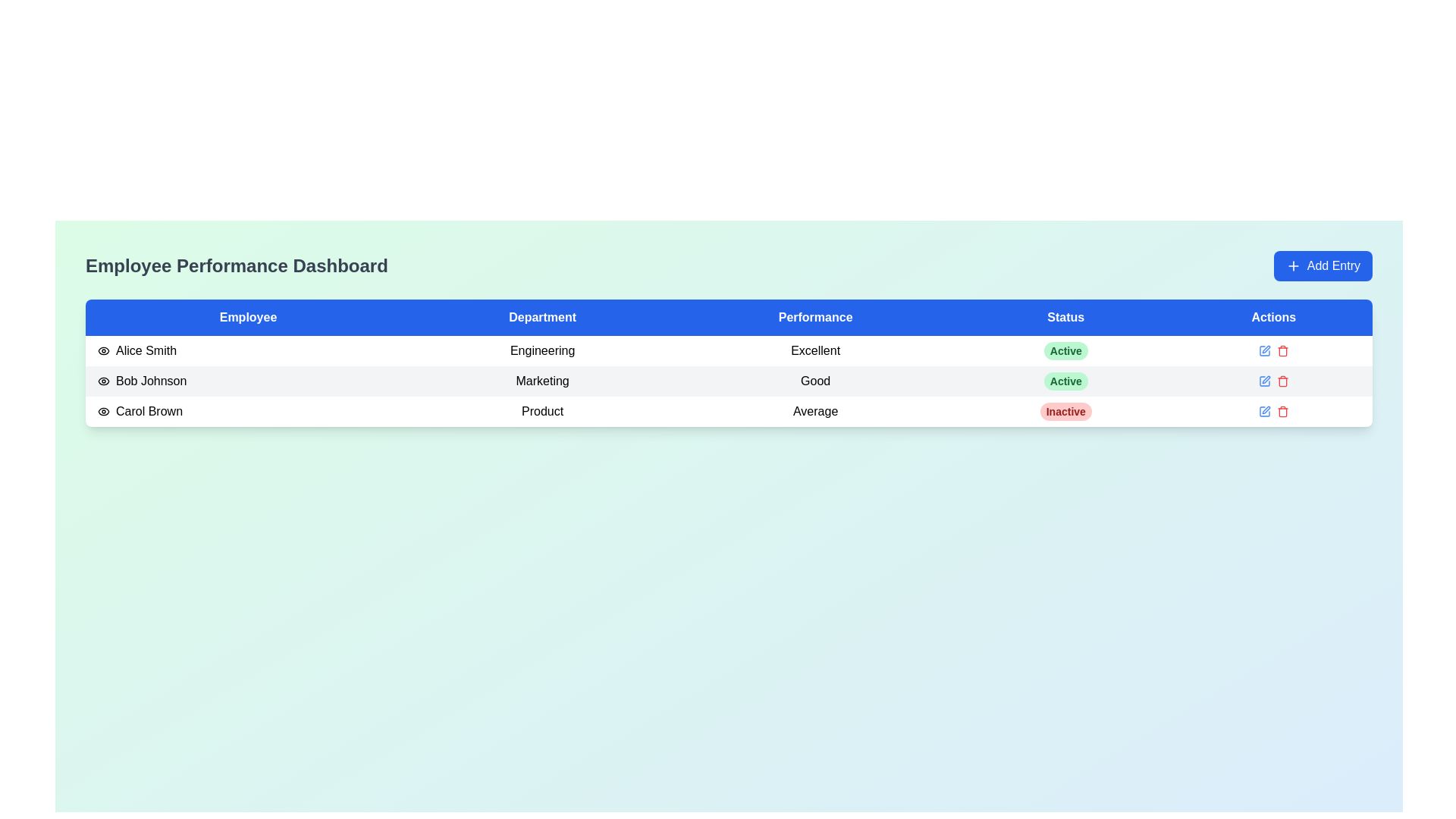 This screenshot has height=819, width=1456. Describe the element at coordinates (542, 317) in the screenshot. I see `the 'Department' text label which is the second item in the tabular header row with a blue background and white text` at that location.